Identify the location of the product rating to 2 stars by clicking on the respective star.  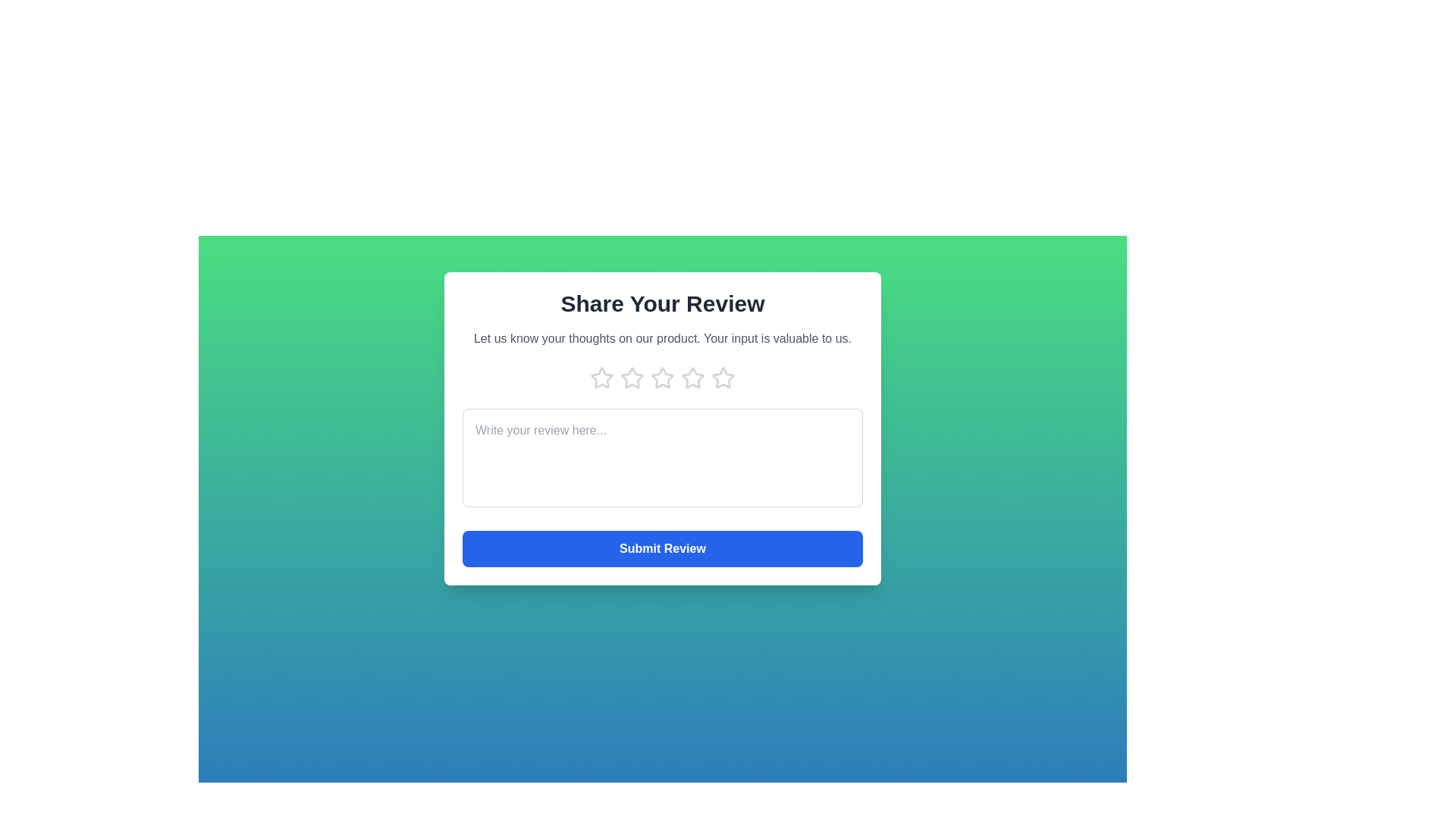
(632, 377).